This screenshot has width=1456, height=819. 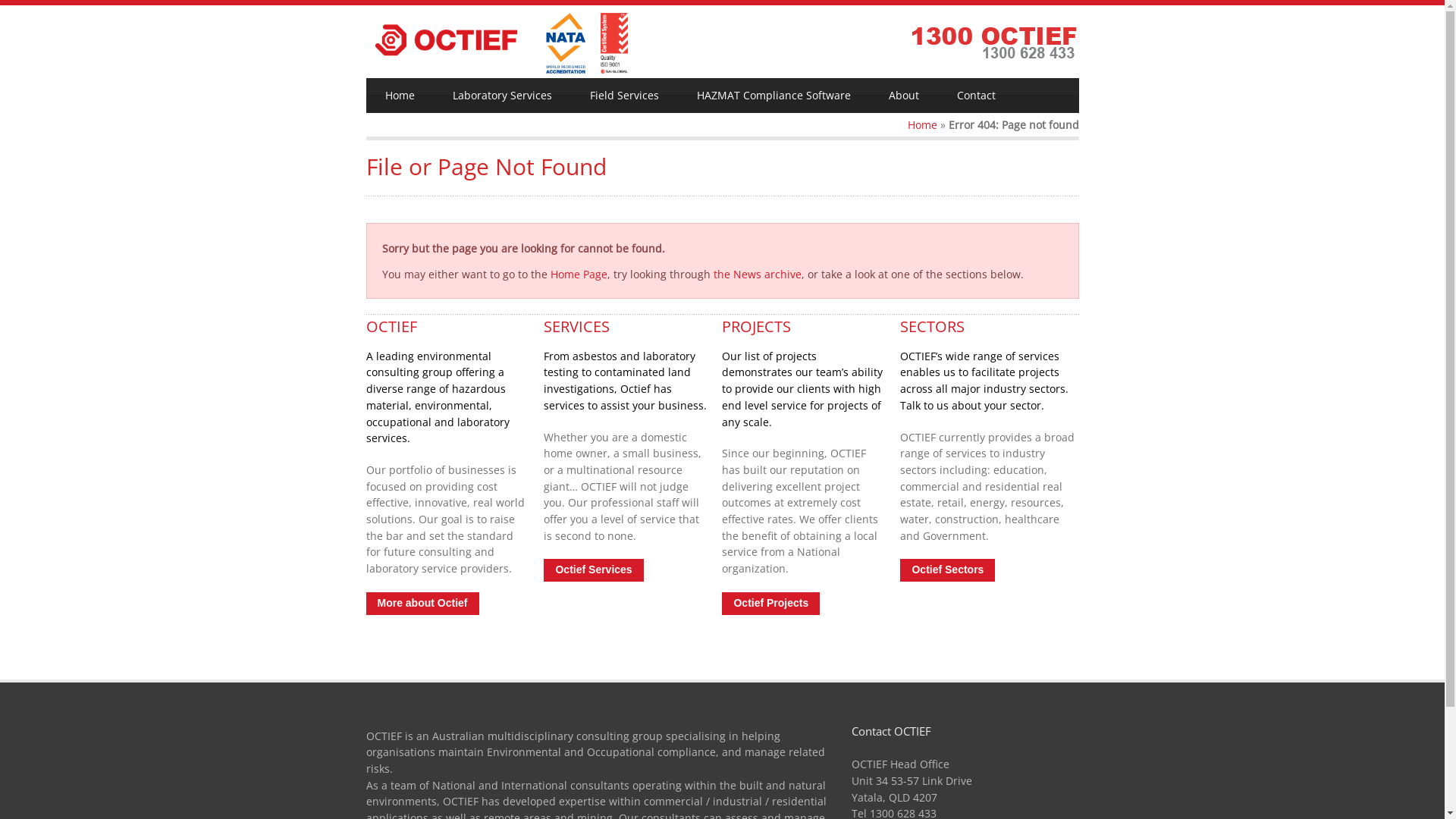 I want to click on 'Contact', so click(x=975, y=96).